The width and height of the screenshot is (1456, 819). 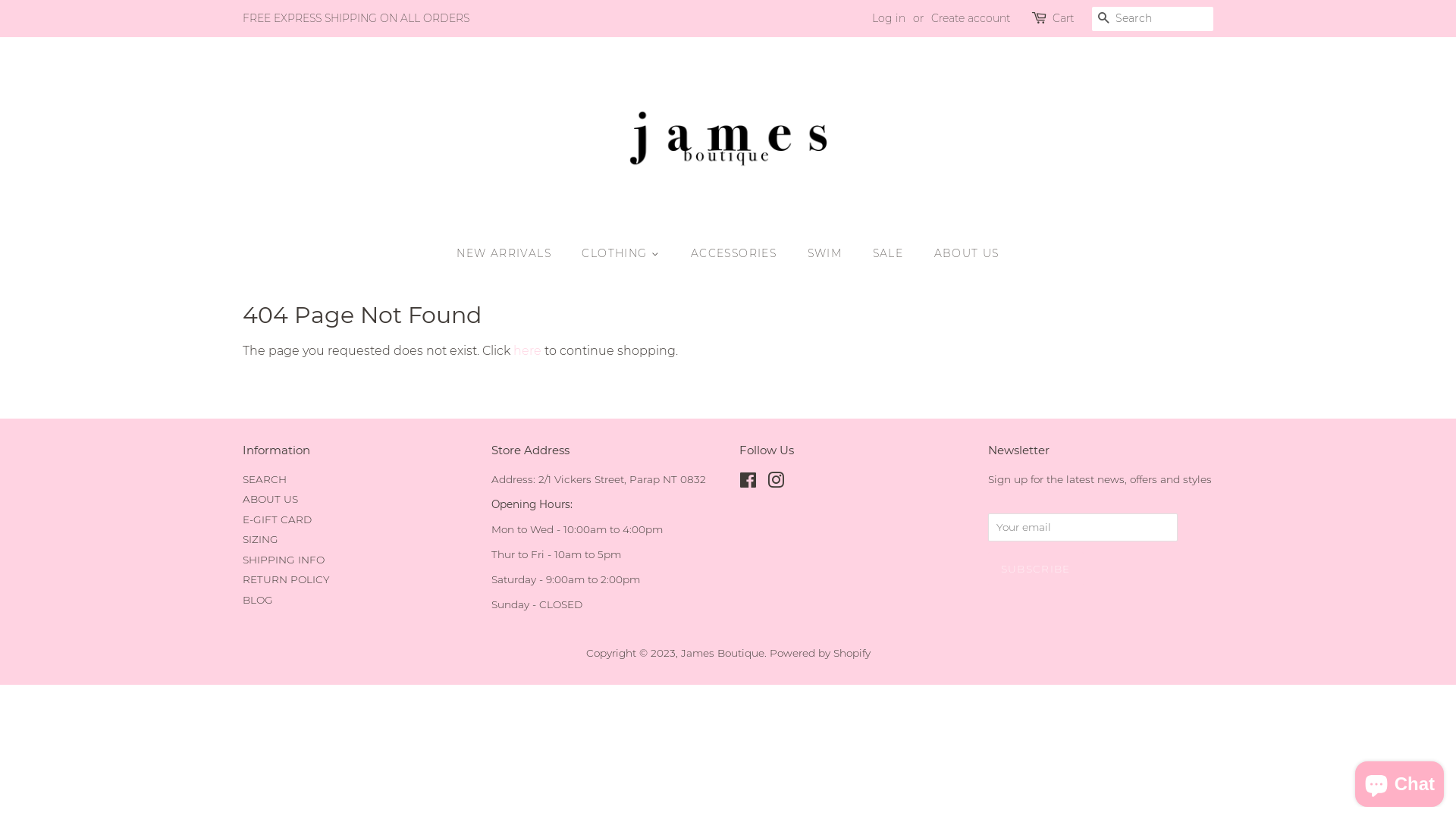 I want to click on 'Powered by Shopify', so click(x=818, y=651).